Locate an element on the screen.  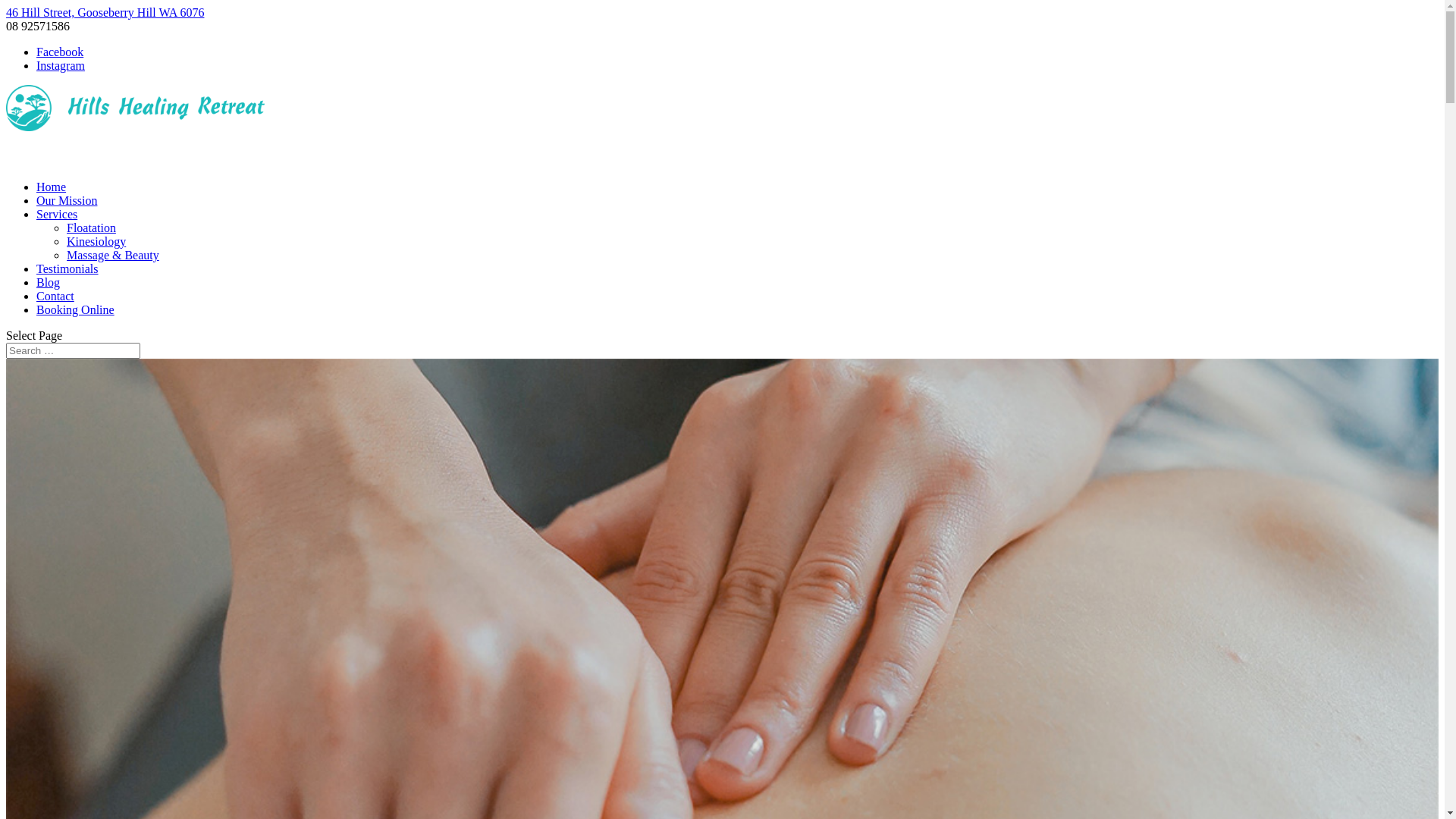
'Kinesiology' is located at coordinates (95, 240).